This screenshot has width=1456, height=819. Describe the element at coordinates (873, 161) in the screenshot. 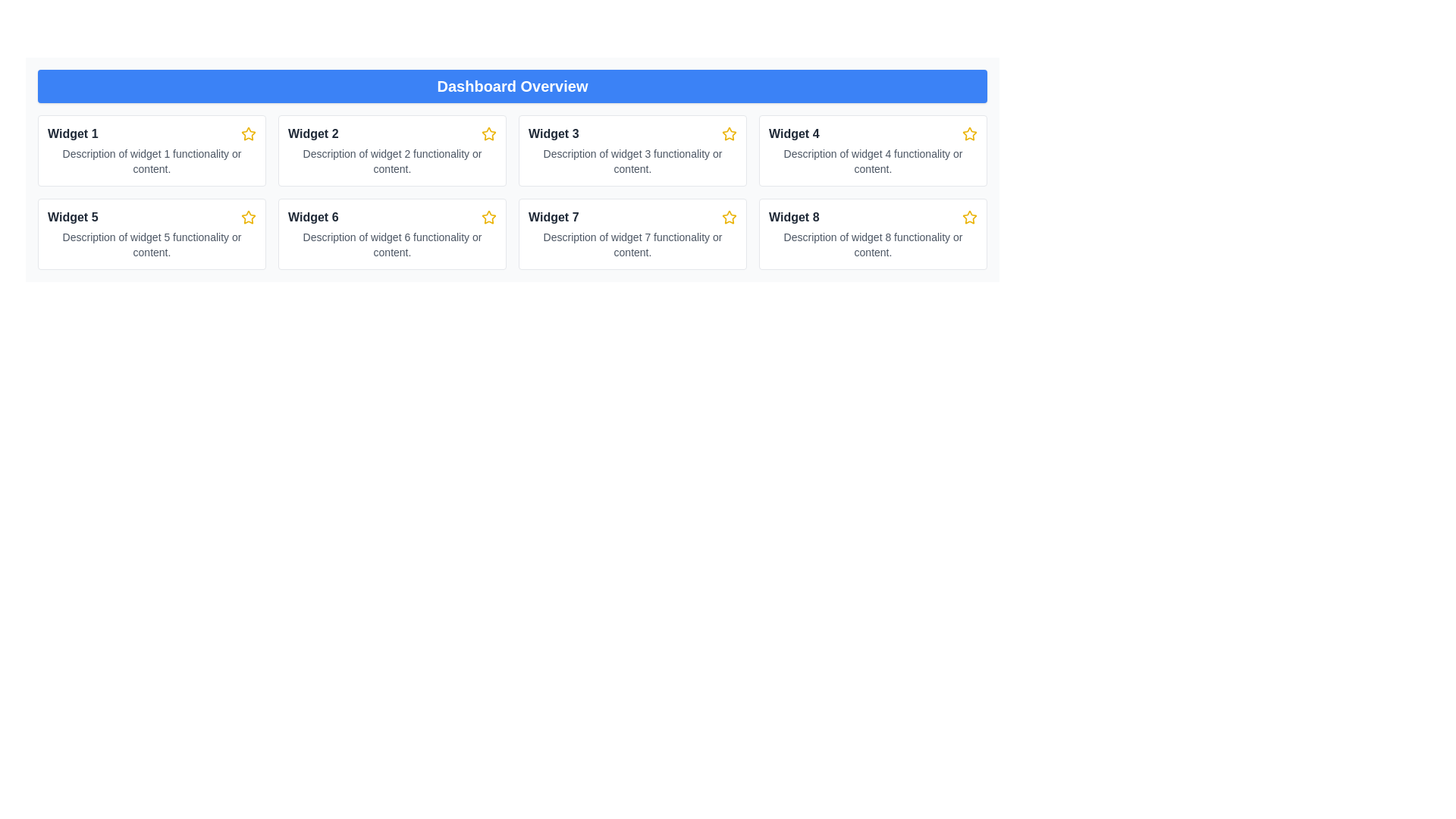

I see `the text label that states 'Description of widget 4 functionality or content.', which is located below the bold title 'Widget 4' and adjacent to a star icon` at that location.